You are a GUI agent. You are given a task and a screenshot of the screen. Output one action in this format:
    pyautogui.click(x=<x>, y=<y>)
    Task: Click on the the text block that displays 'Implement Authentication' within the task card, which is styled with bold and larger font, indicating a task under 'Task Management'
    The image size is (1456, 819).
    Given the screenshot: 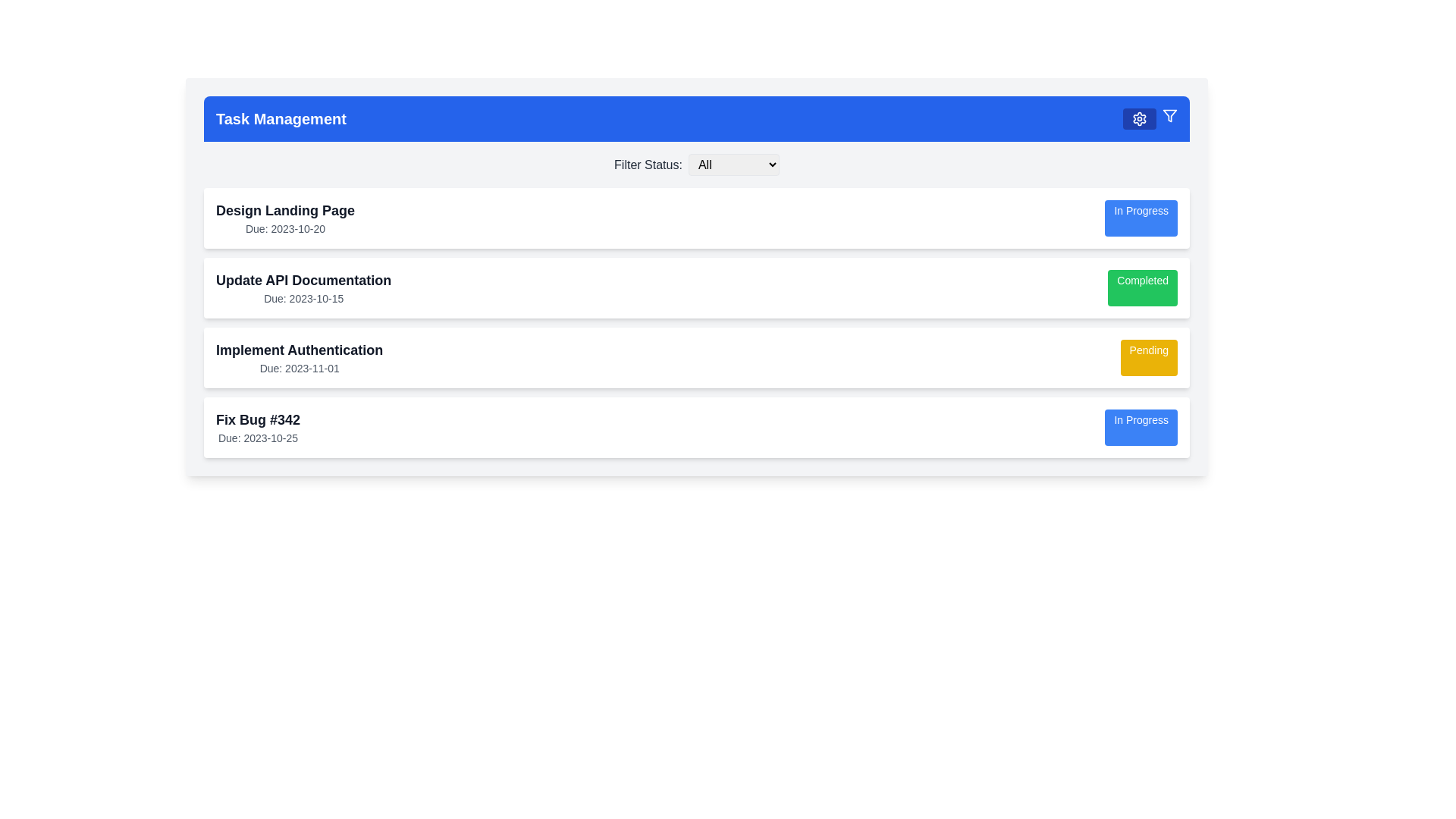 What is the action you would take?
    pyautogui.click(x=300, y=357)
    